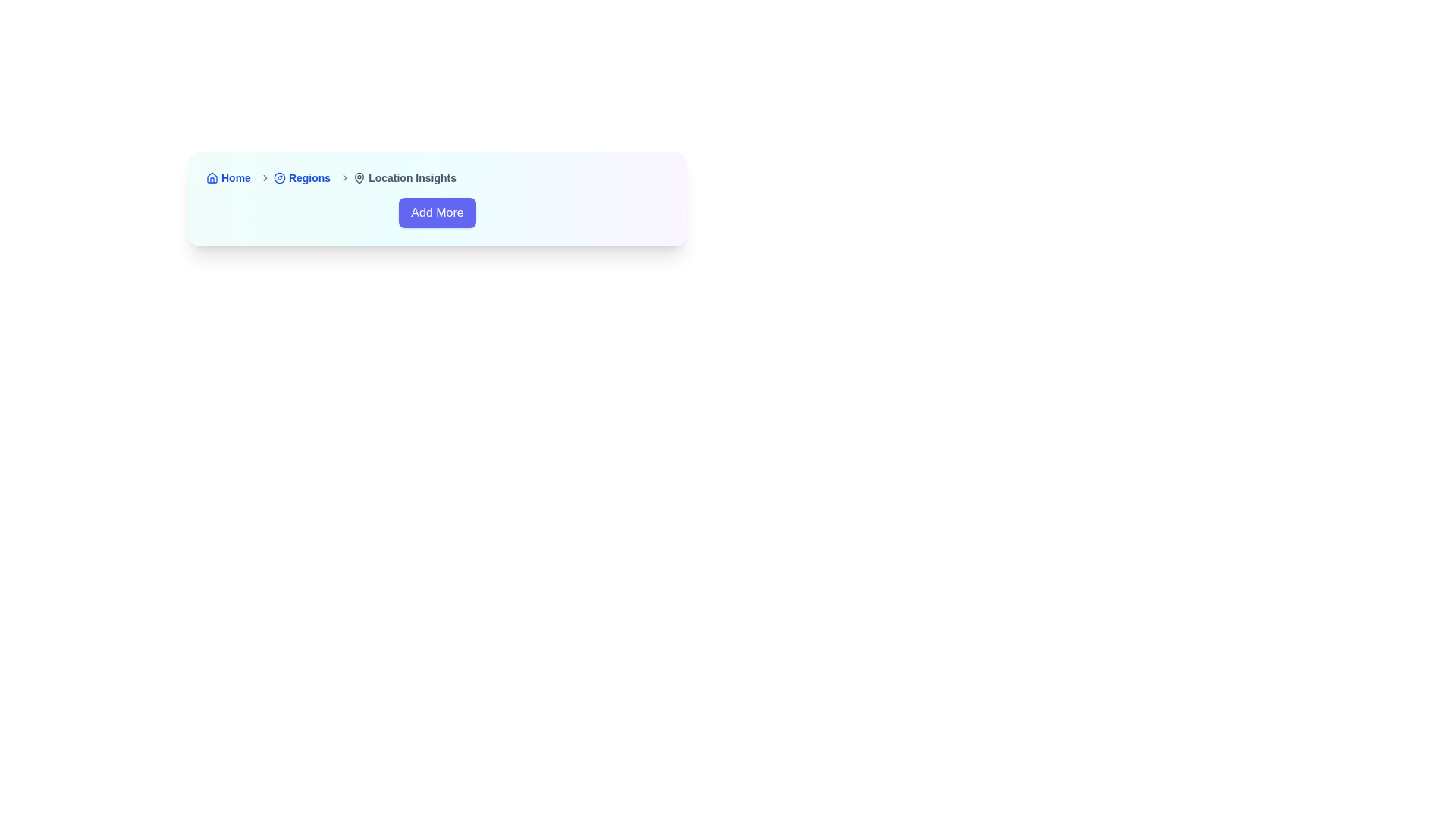 Image resolution: width=1456 pixels, height=819 pixels. What do you see at coordinates (279, 177) in the screenshot?
I see `the compass needle icon located in the breadcrumb navigation between the 'Regions' and 'Location Insights' labels` at bounding box center [279, 177].